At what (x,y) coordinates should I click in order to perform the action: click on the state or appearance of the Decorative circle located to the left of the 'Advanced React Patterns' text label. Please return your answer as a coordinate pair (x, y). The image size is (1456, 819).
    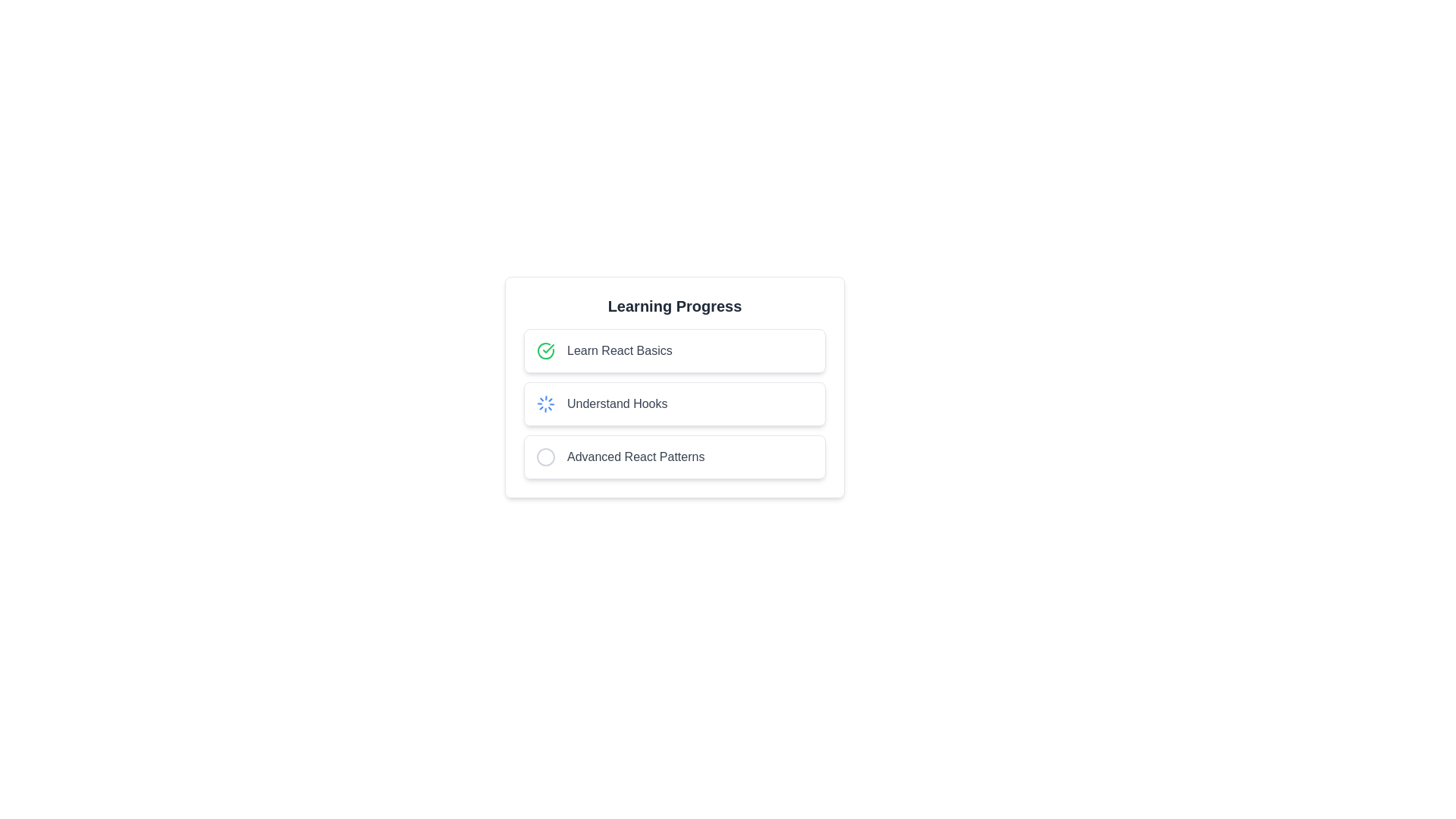
    Looking at the image, I should click on (546, 456).